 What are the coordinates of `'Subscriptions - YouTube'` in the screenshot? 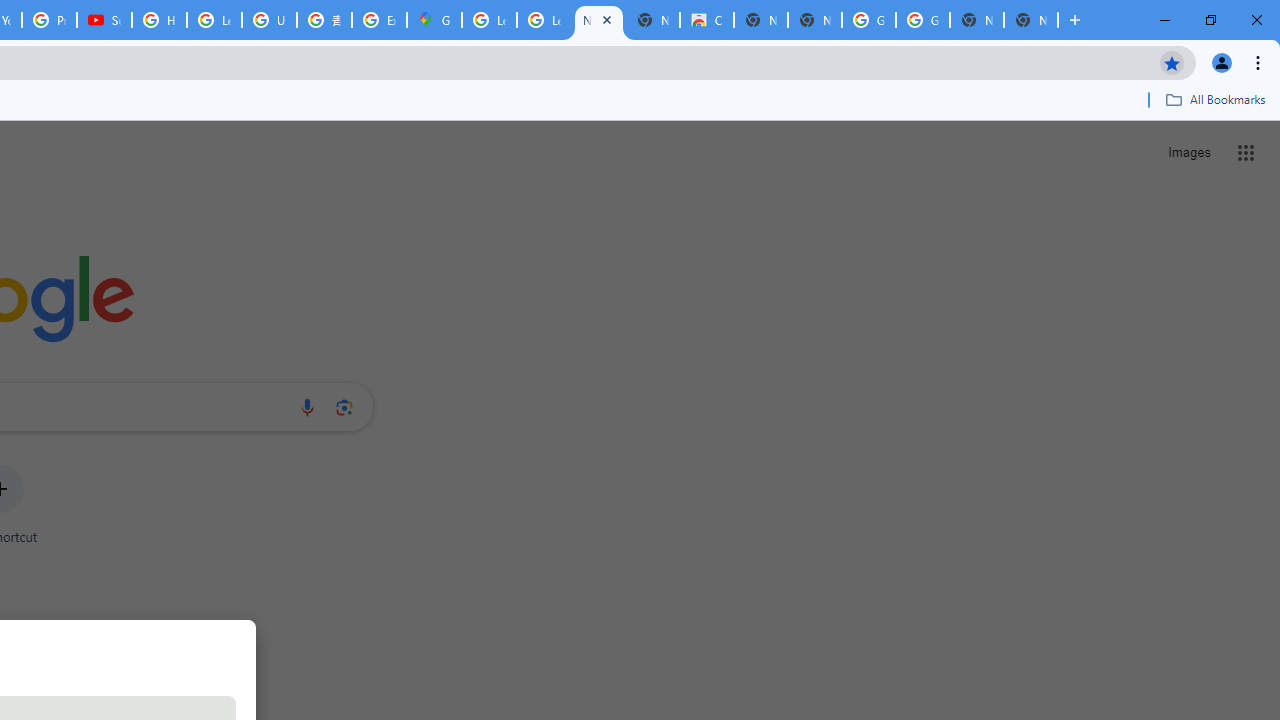 It's located at (103, 20).